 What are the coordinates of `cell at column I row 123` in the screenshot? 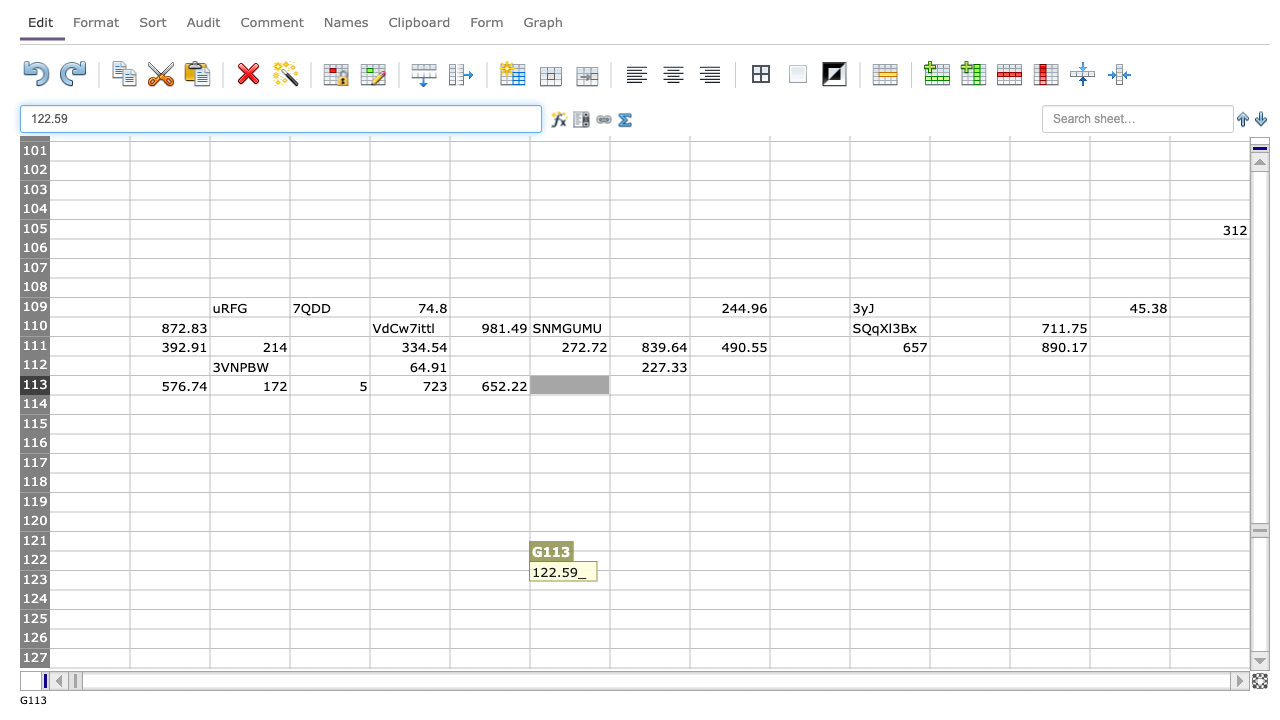 It's located at (728, 580).